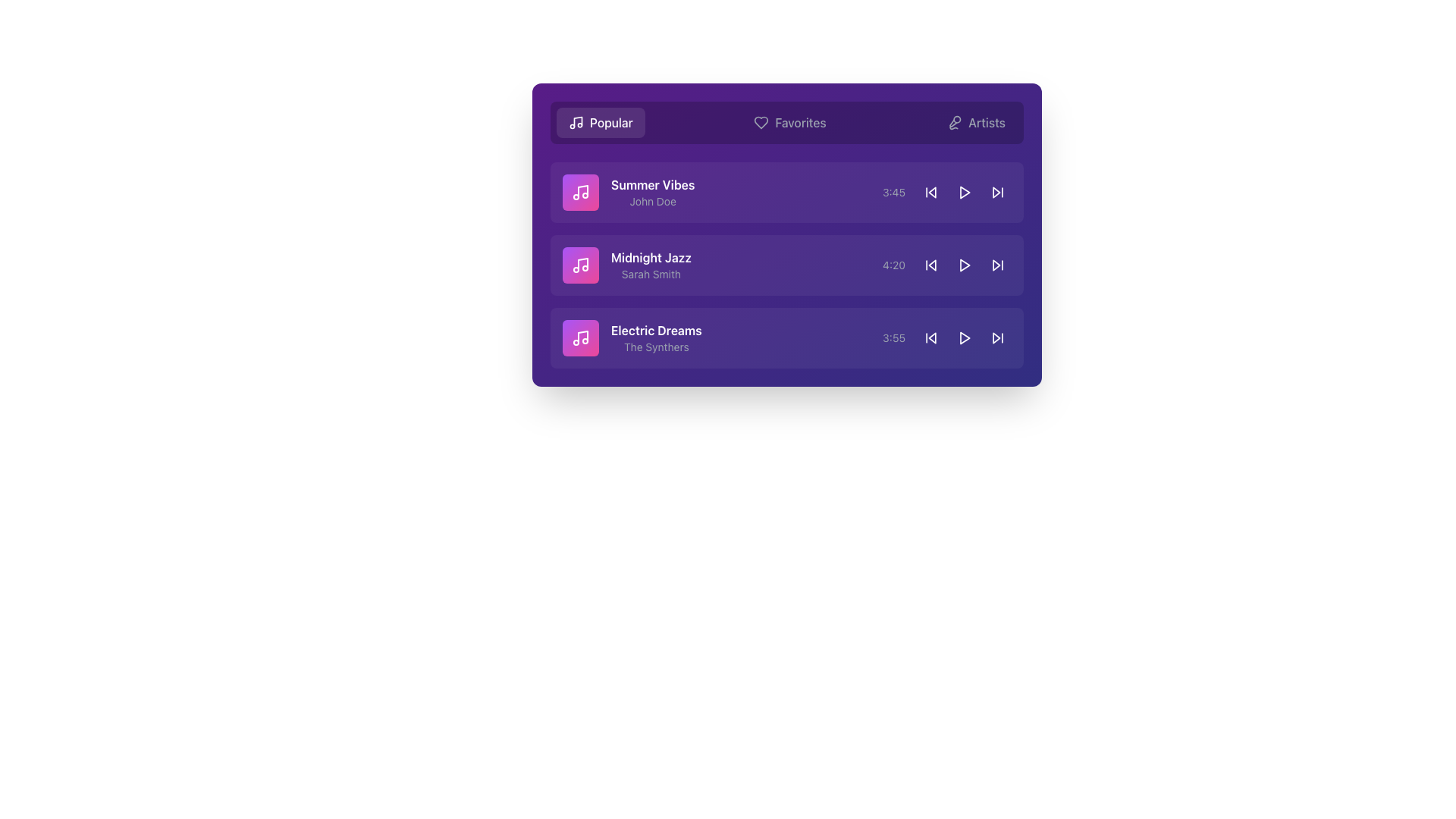 Image resolution: width=1456 pixels, height=819 pixels. Describe the element at coordinates (976, 122) in the screenshot. I see `the 'Artists' button in the top-right navigation bar, which features a microphone icon and transitions colors on hover` at that location.